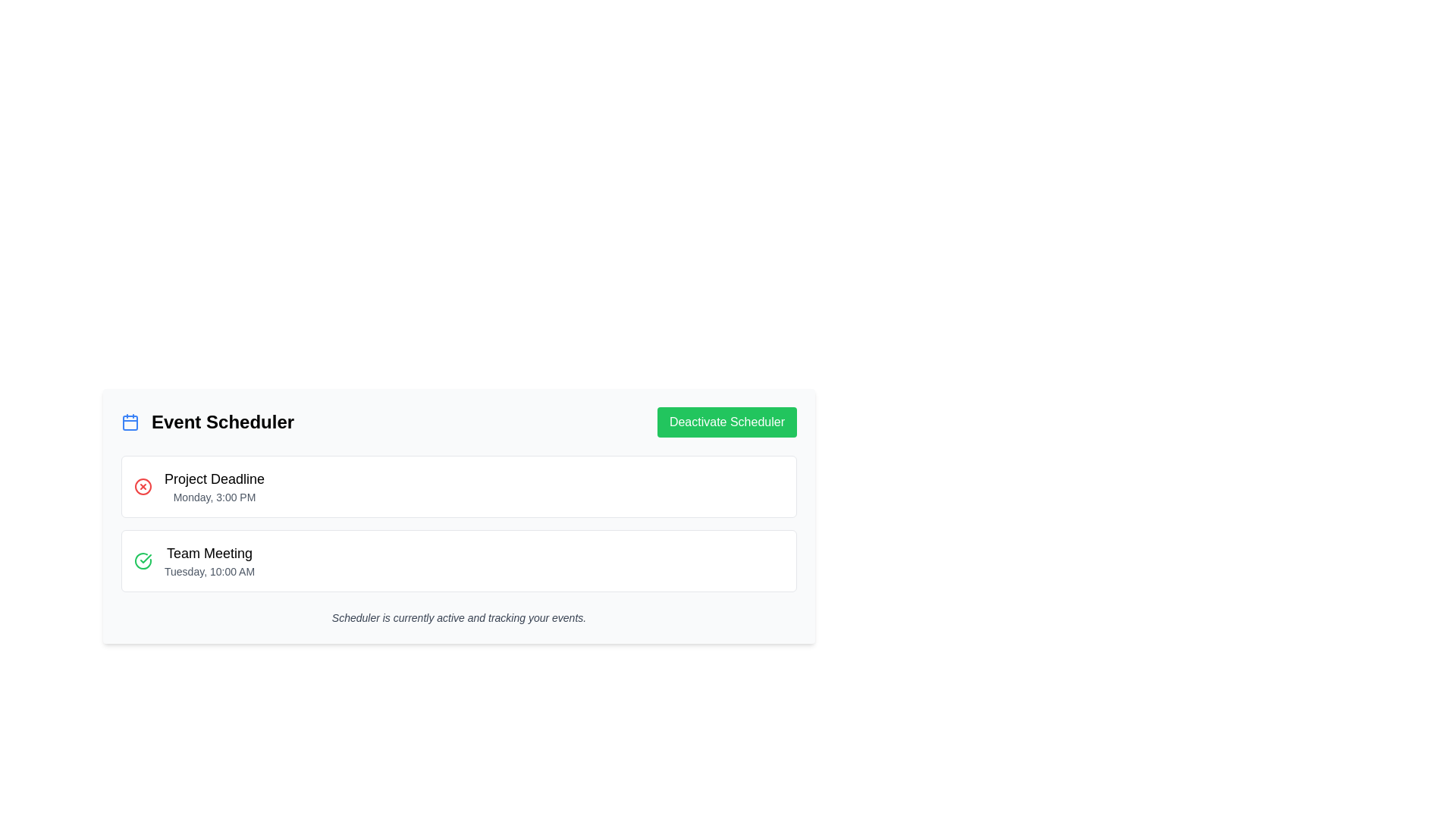 This screenshot has height=819, width=1456. Describe the element at coordinates (130, 423) in the screenshot. I see `the main body of the calendar SVG icon, which is the graphical component styled as a rectangular shape, positioned third among its siblings` at that location.